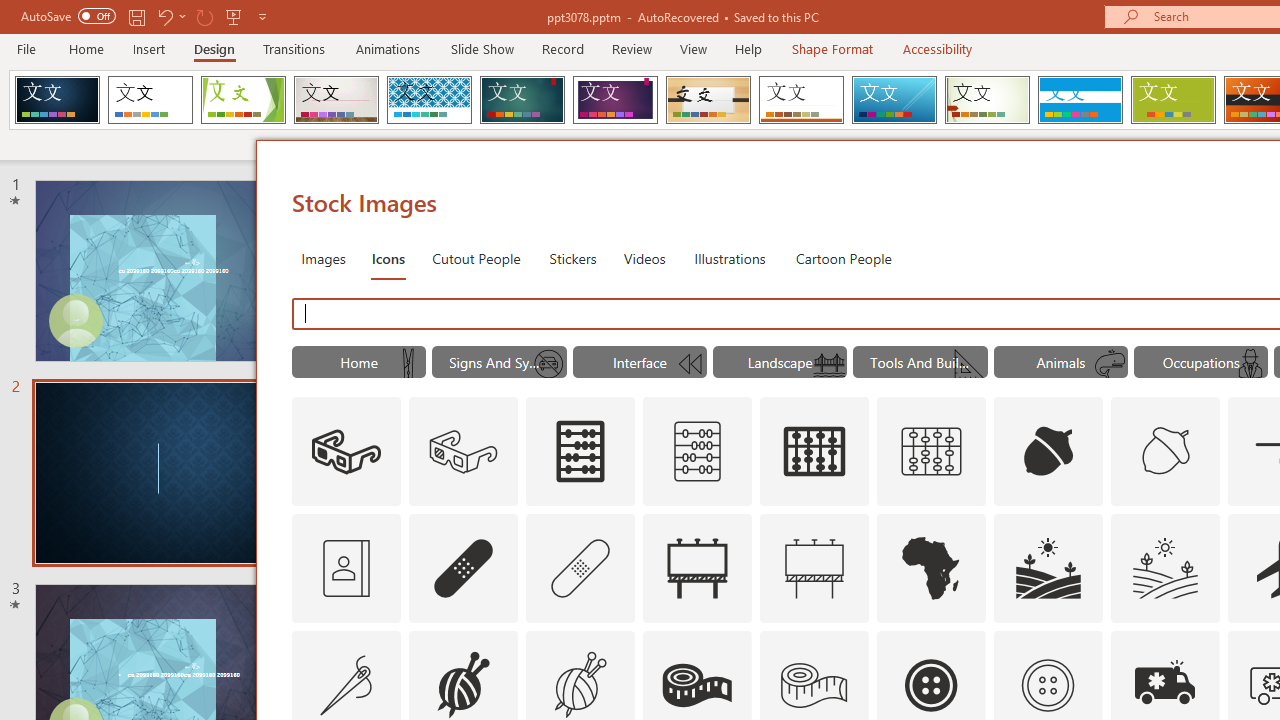  Describe the element at coordinates (815, 568) in the screenshot. I see `'AutomationID: Icons_Advertising_M'` at that location.